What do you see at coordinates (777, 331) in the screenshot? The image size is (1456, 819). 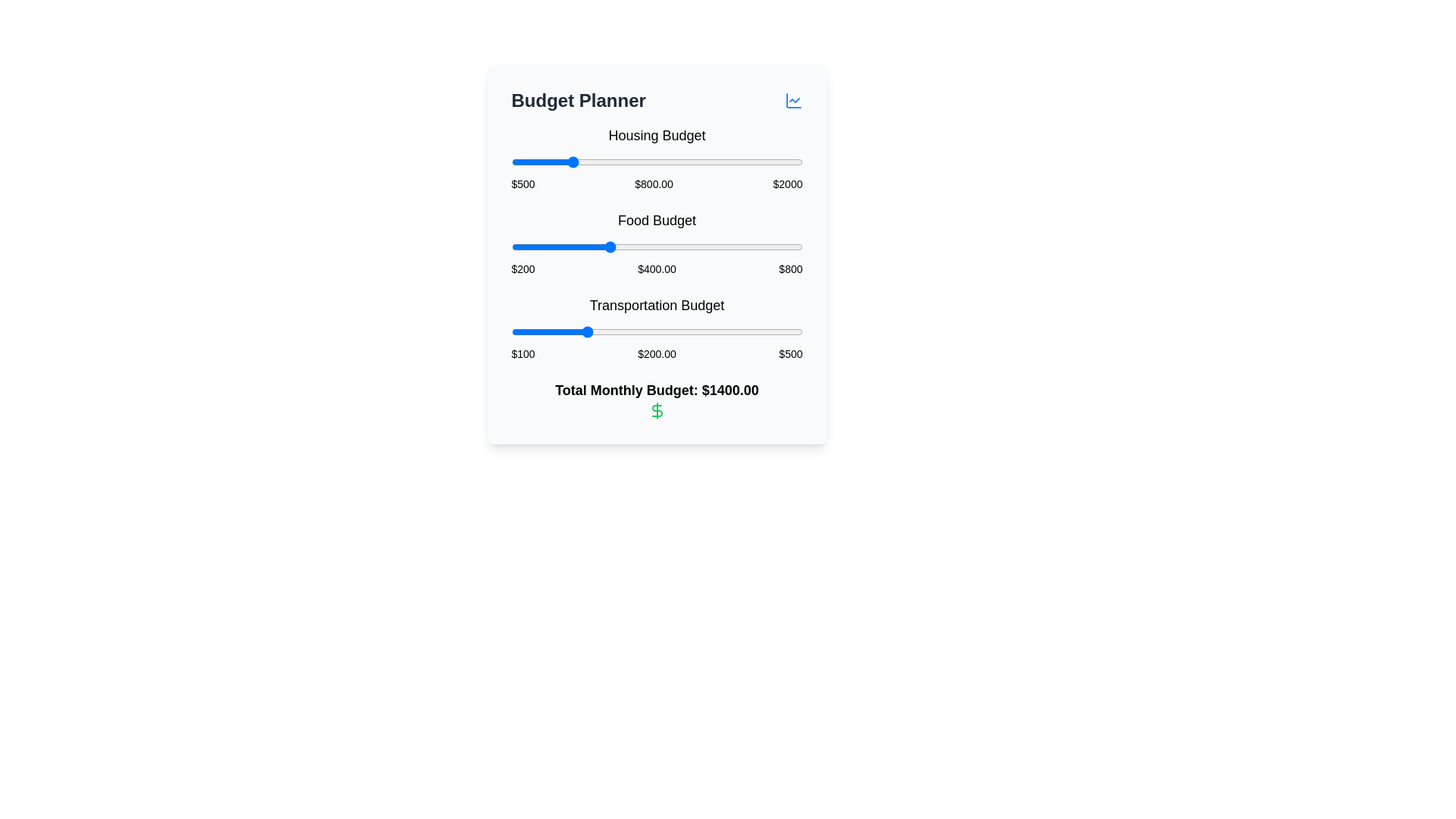 I see `the transportation budget` at bounding box center [777, 331].